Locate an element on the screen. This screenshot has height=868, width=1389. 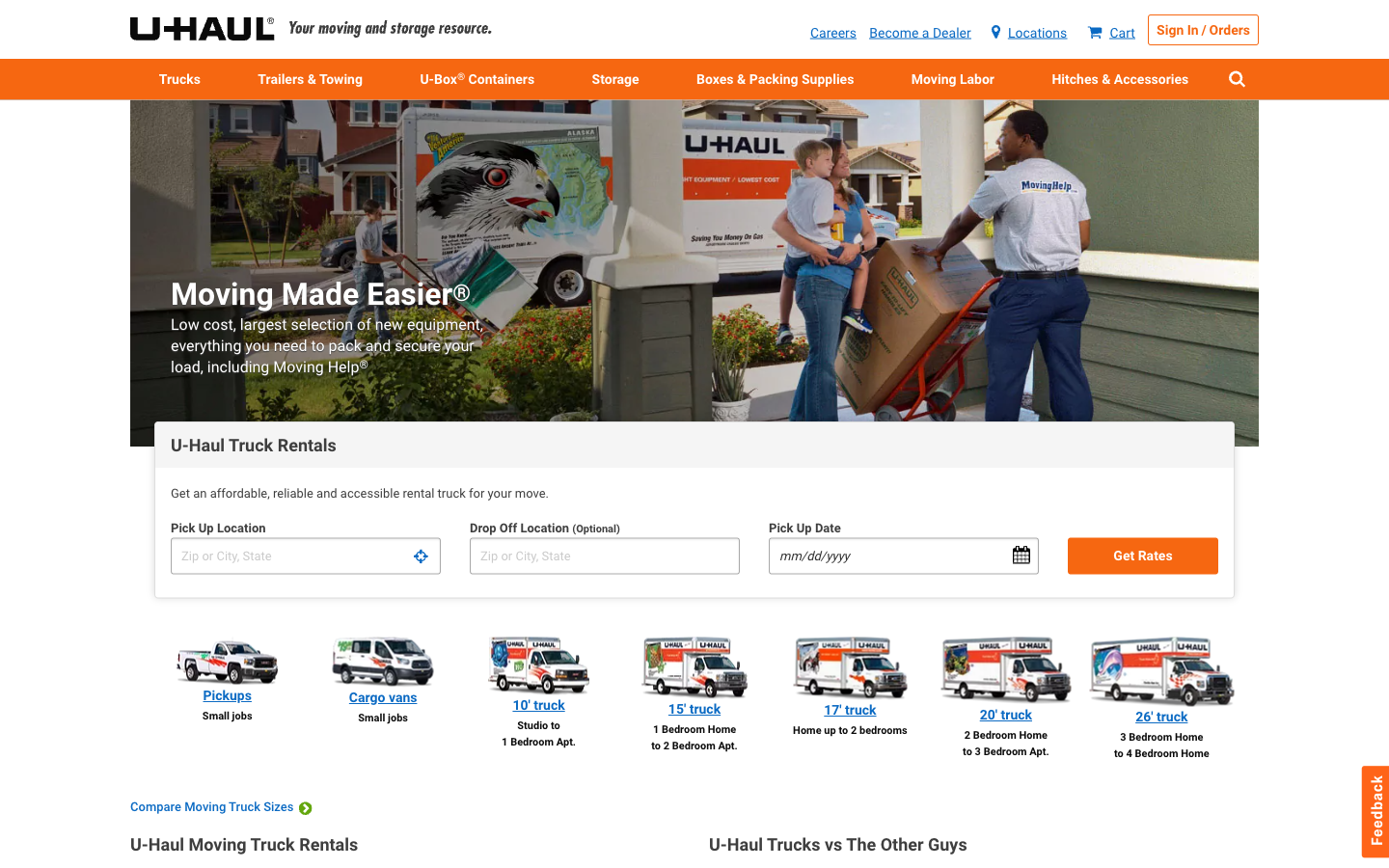
Book a truck for moving from a three bedroom flat is located at coordinates (1005, 697).